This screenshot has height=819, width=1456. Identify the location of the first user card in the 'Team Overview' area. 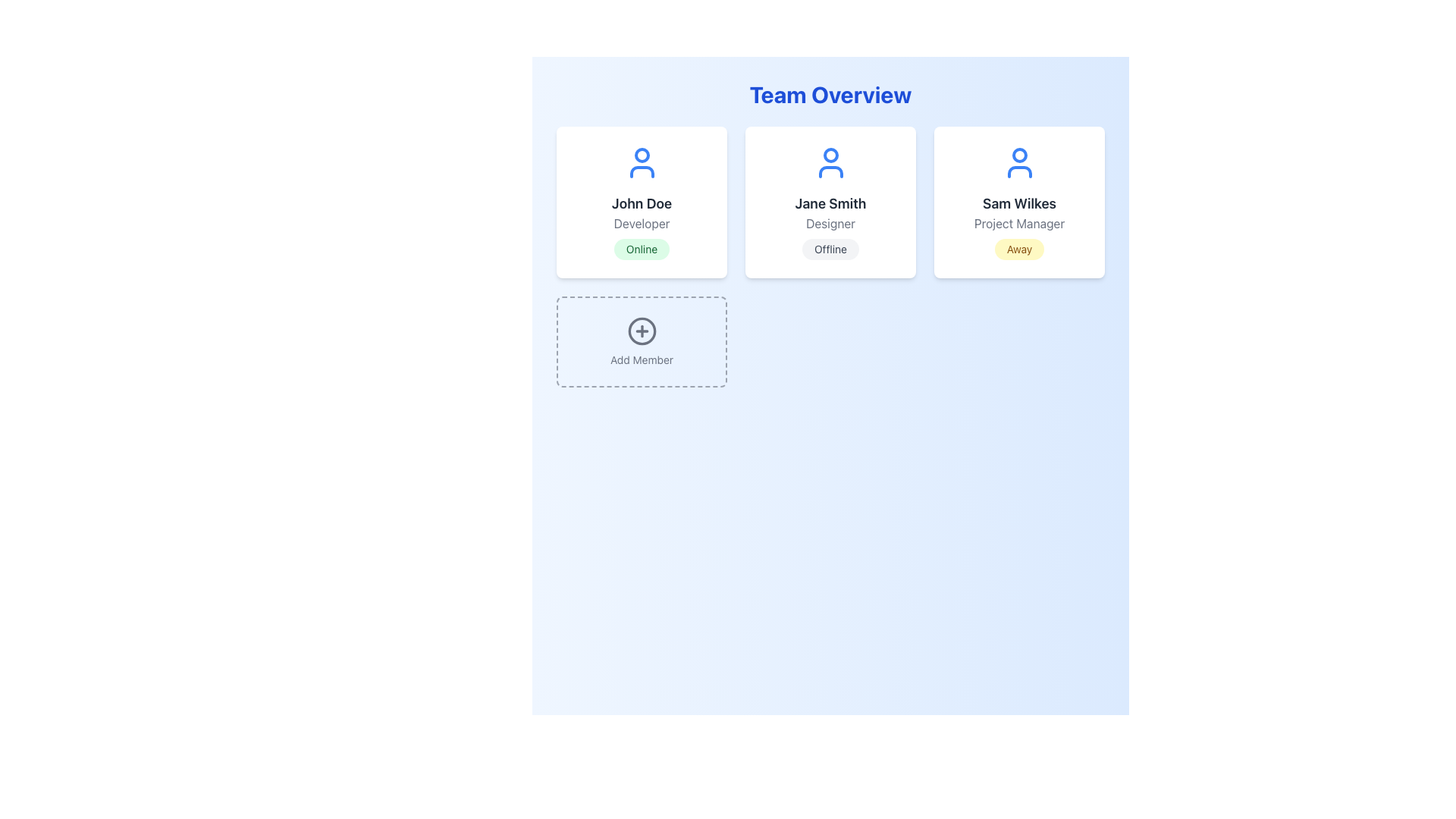
(642, 201).